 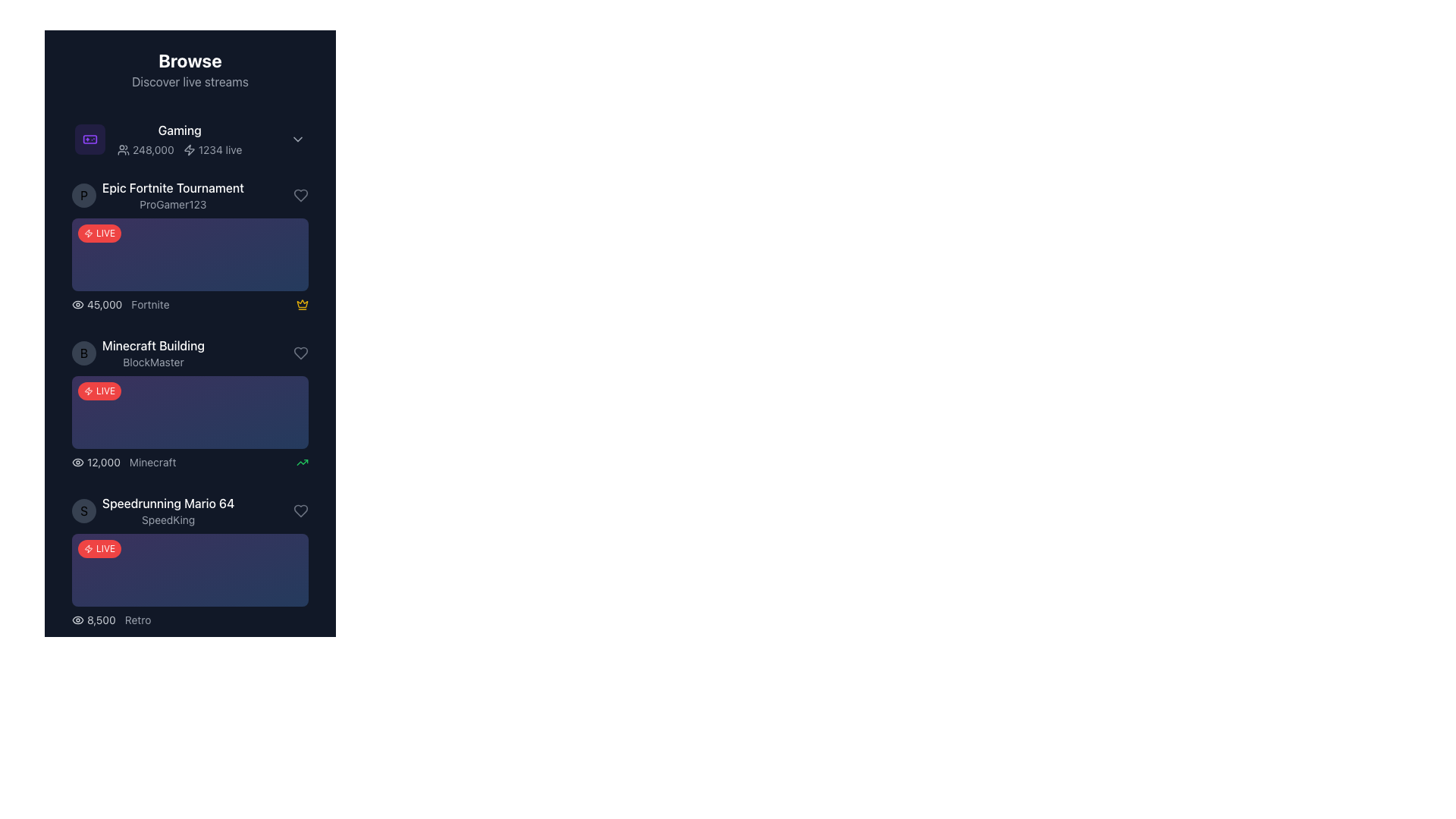 I want to click on text label displaying 'Fortnite' in gray, which is styled with a modern sans-serif font and located next to the numeric view count '45,000' in the live streams list, so click(x=150, y=304).